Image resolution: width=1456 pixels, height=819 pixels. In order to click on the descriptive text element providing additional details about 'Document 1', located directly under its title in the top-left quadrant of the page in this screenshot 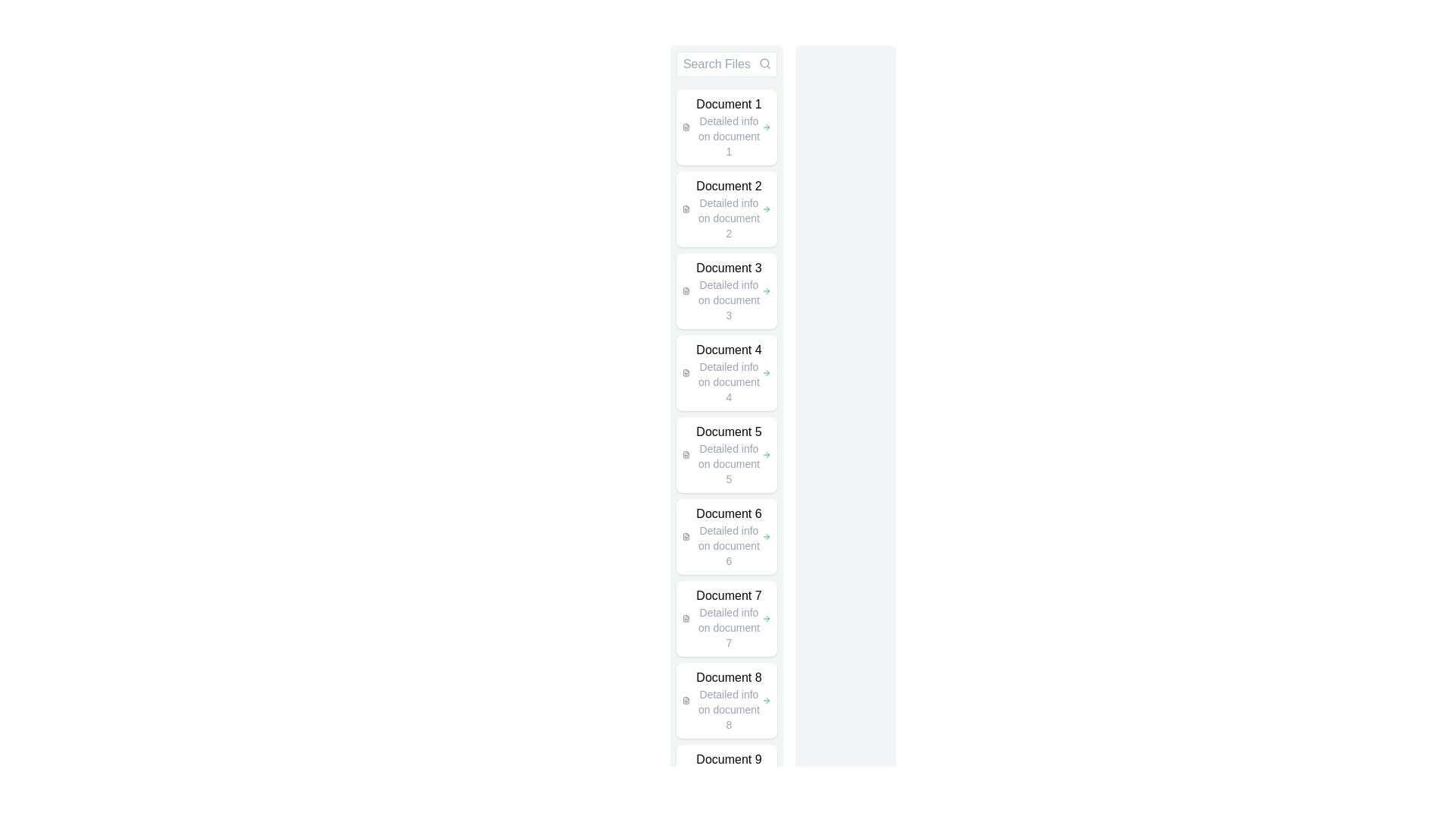, I will do `click(729, 136)`.